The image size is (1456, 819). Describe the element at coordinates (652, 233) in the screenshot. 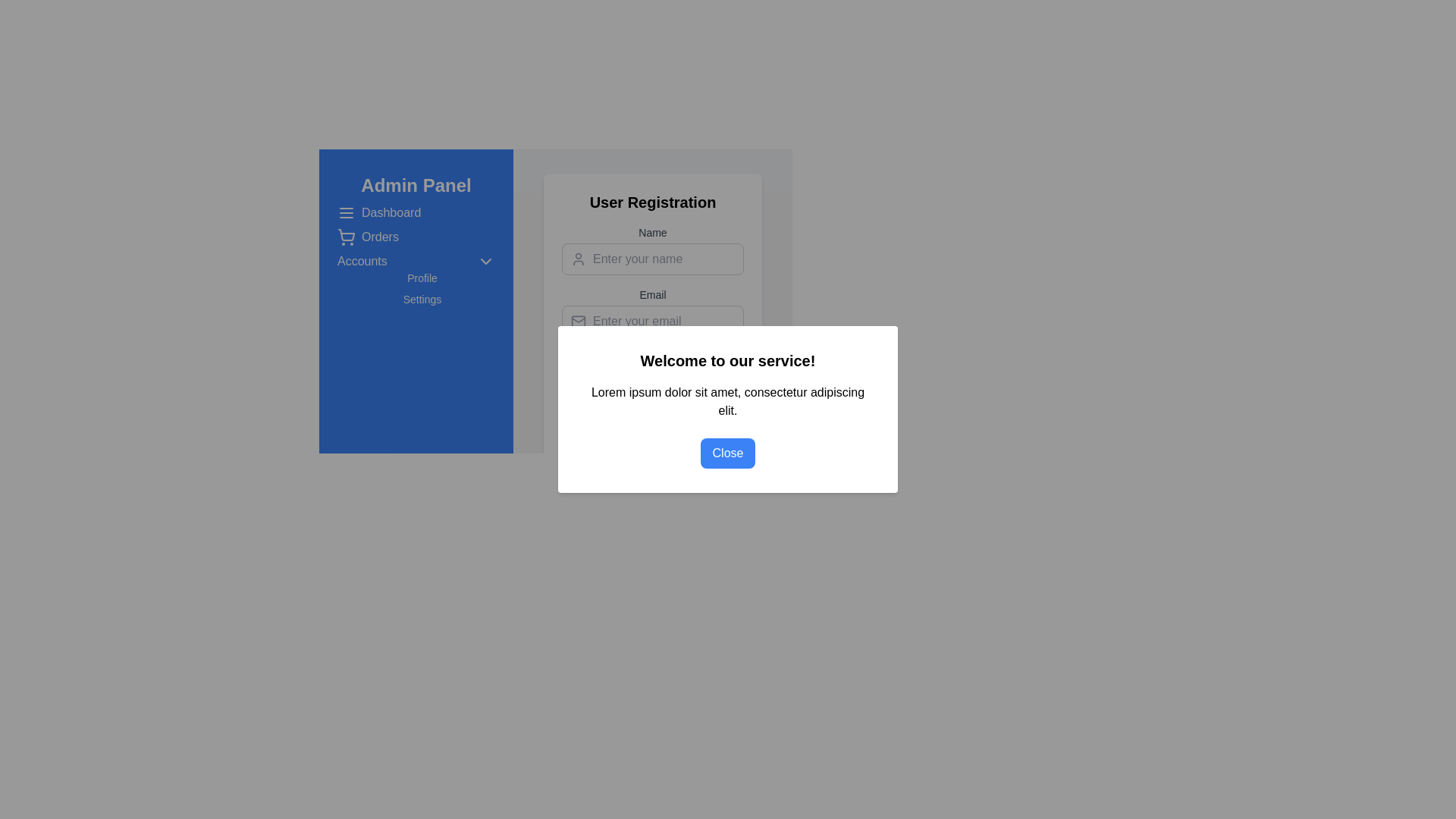

I see `the label that identifies the user's name input field in the top-center portion of the user registration form` at that location.